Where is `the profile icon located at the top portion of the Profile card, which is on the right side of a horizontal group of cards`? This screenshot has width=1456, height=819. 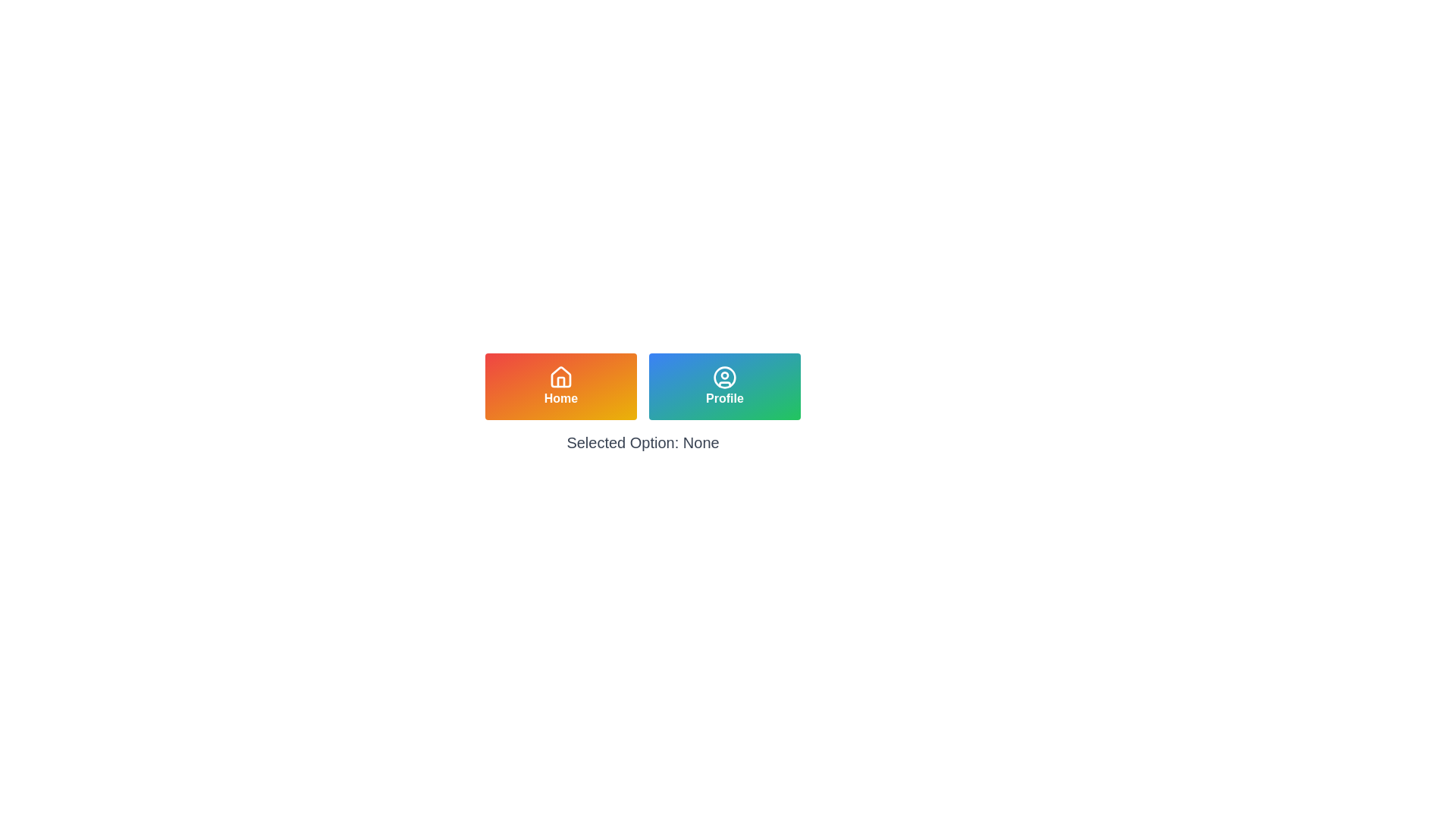 the profile icon located at the top portion of the Profile card, which is on the right side of a horizontal group of cards is located at coordinates (723, 376).